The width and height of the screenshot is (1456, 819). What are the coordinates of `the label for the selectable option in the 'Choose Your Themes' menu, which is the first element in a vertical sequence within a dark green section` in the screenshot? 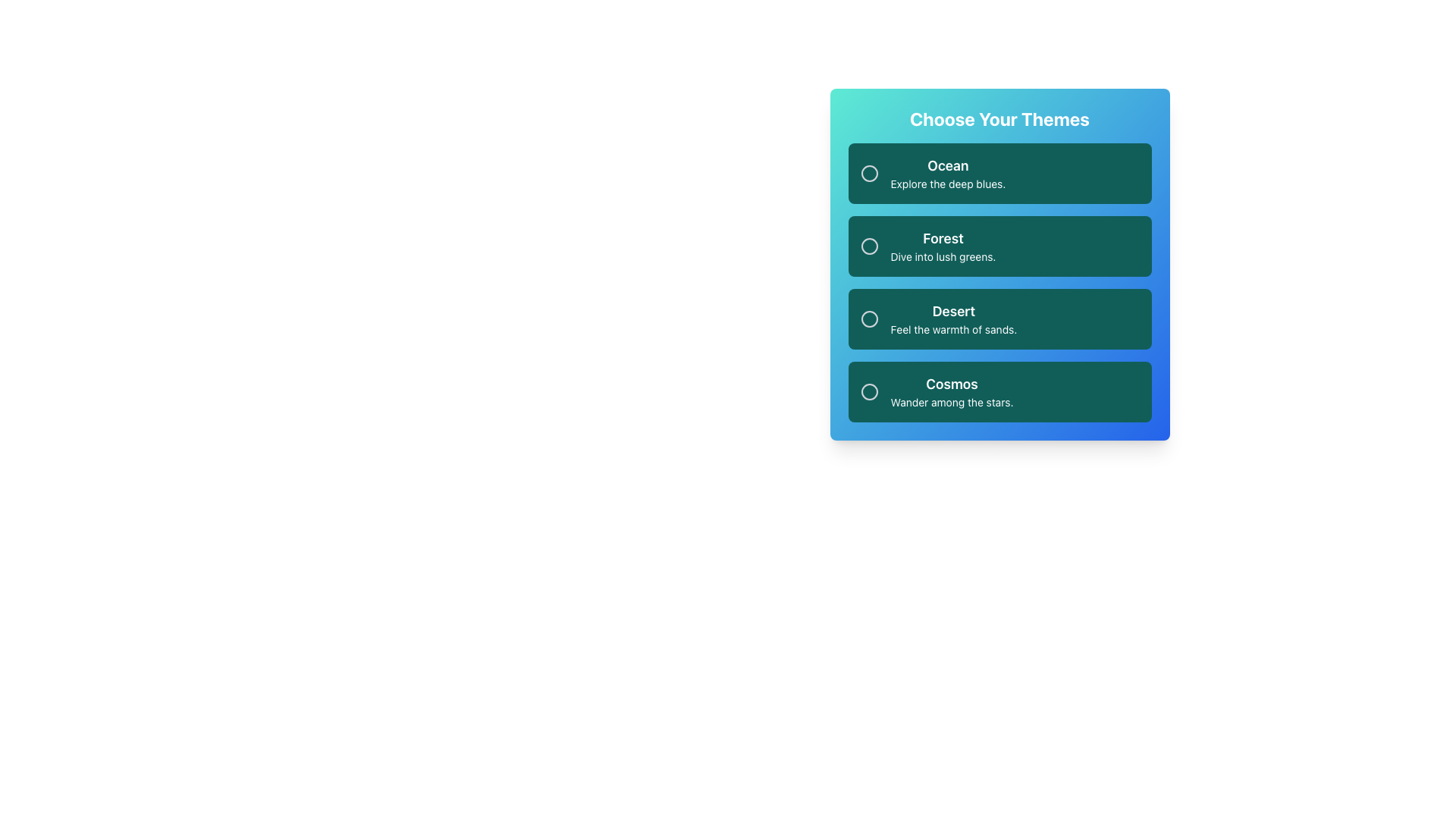 It's located at (947, 166).